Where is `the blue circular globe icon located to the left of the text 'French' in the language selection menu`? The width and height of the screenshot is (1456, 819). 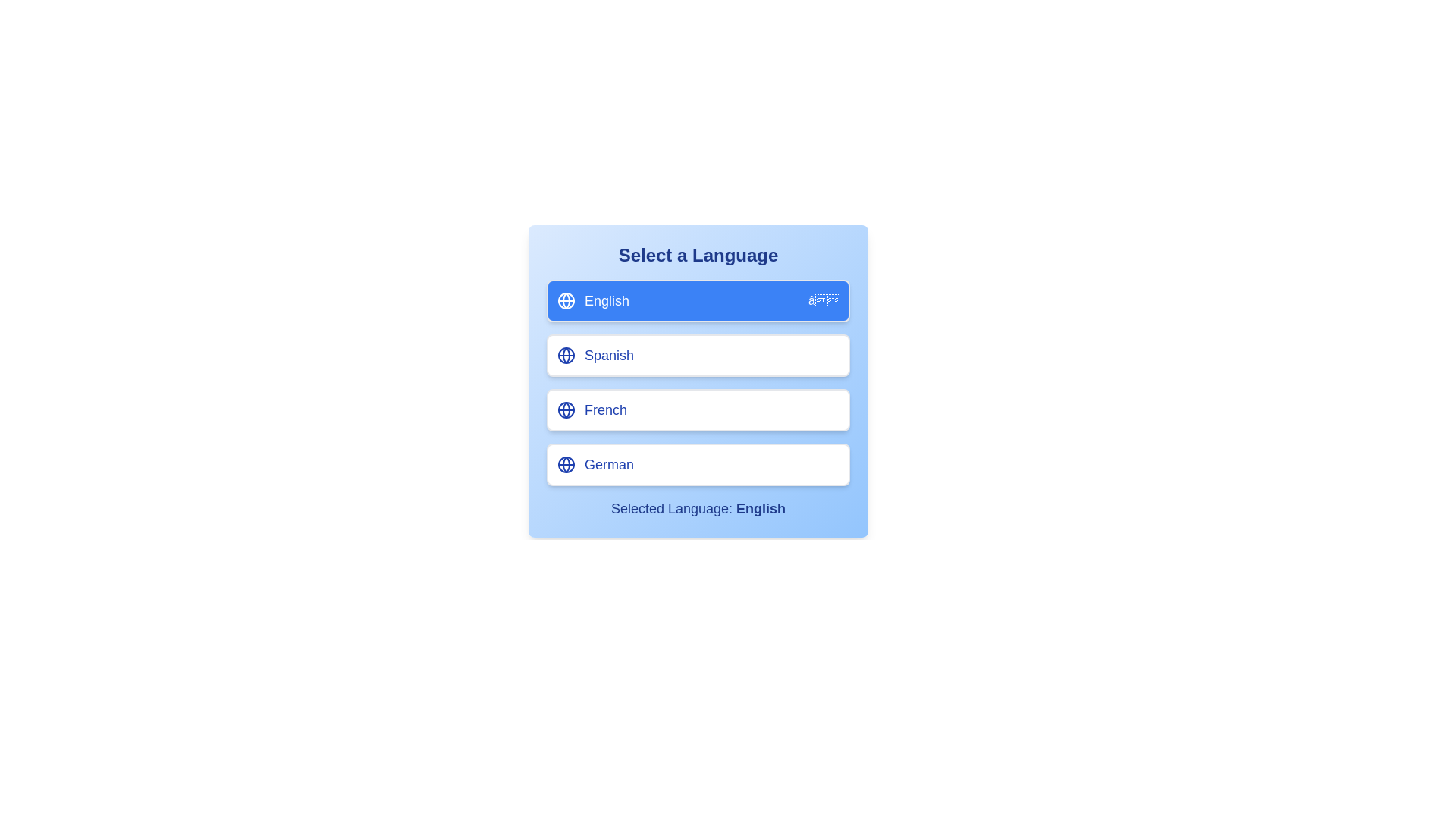
the blue circular globe icon located to the left of the text 'French' in the language selection menu is located at coordinates (566, 409).